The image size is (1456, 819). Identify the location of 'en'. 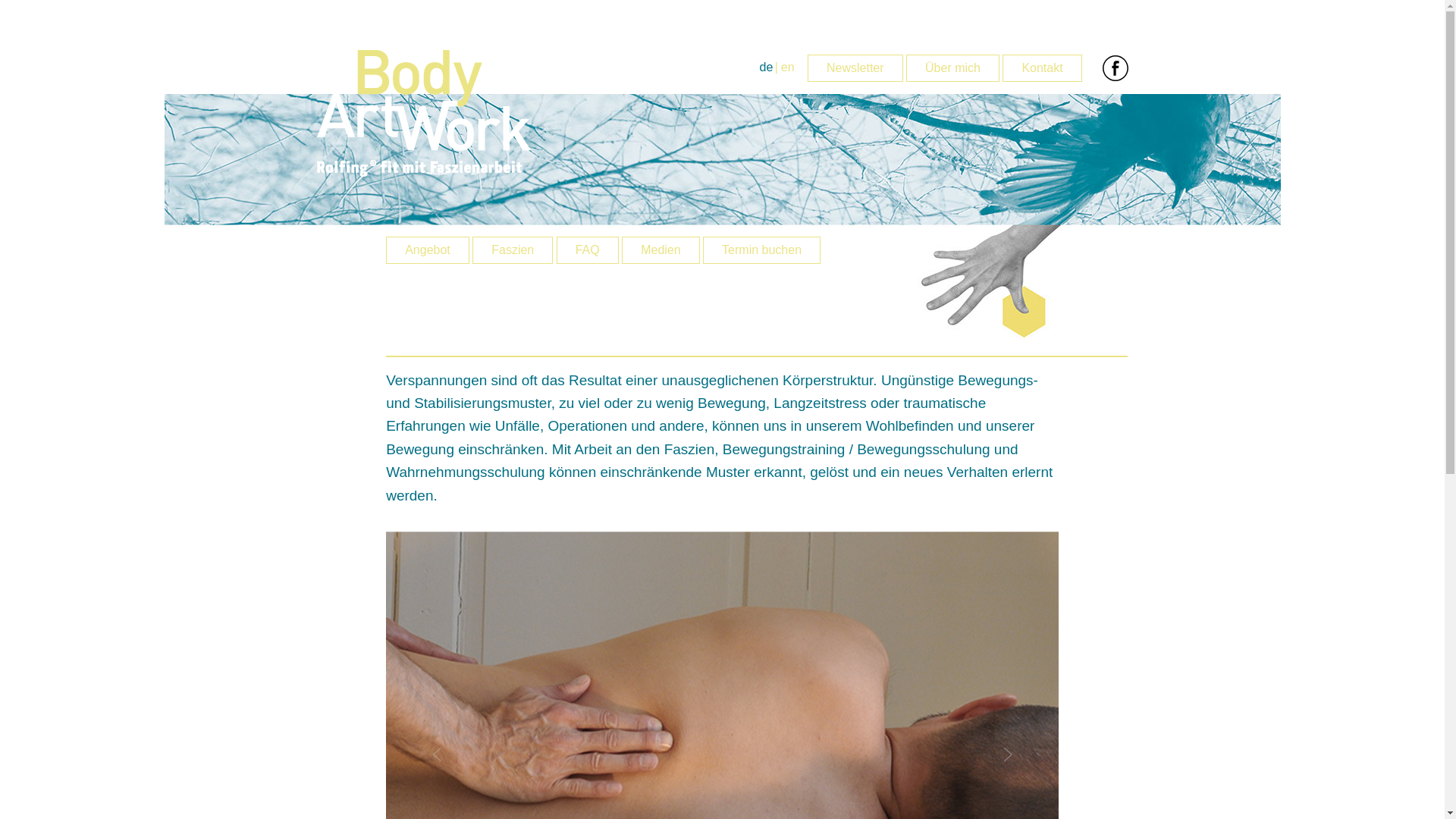
(787, 66).